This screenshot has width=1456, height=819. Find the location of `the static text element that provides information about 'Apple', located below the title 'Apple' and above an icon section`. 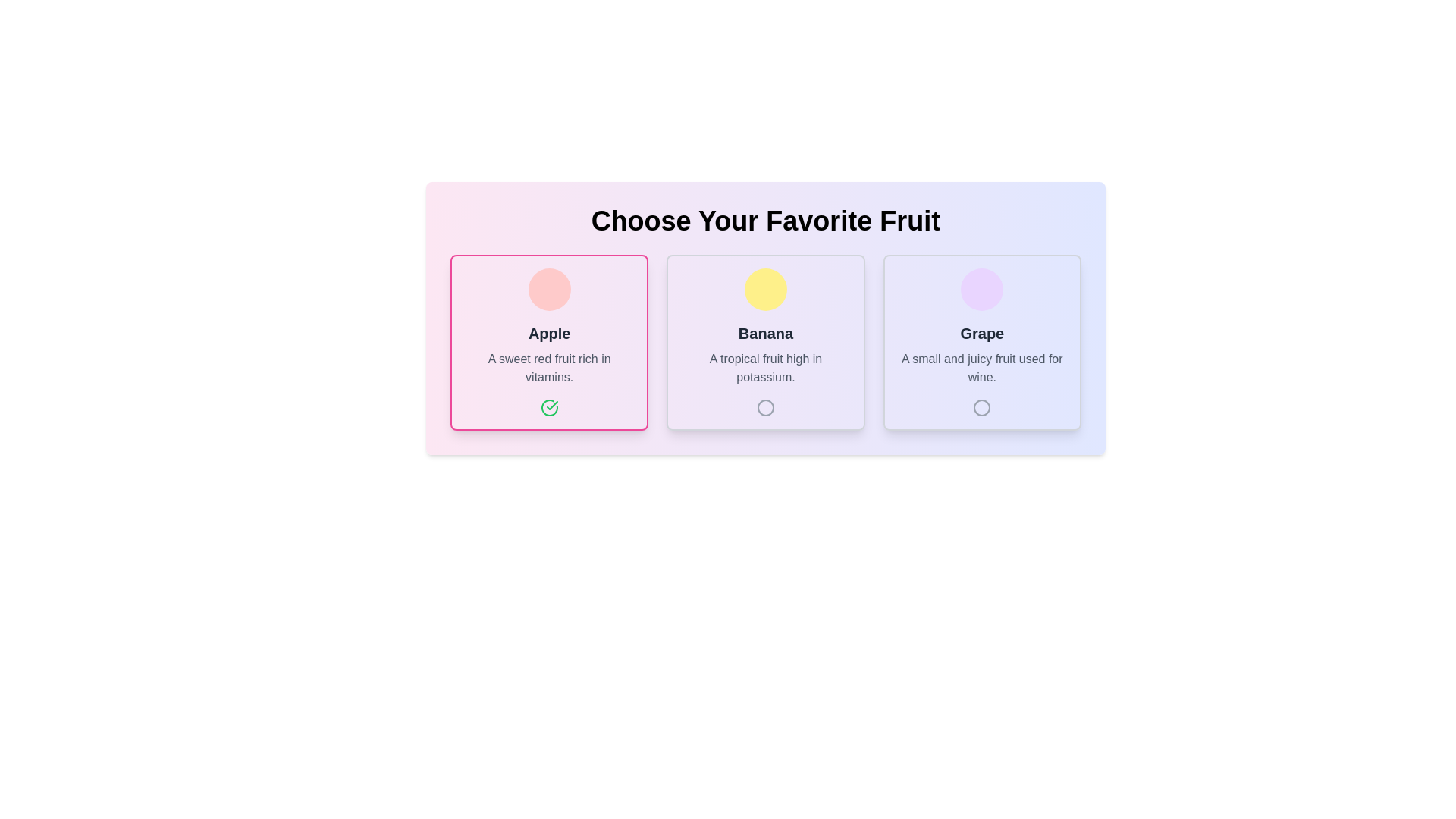

the static text element that provides information about 'Apple', located below the title 'Apple' and above an icon section is located at coordinates (548, 369).